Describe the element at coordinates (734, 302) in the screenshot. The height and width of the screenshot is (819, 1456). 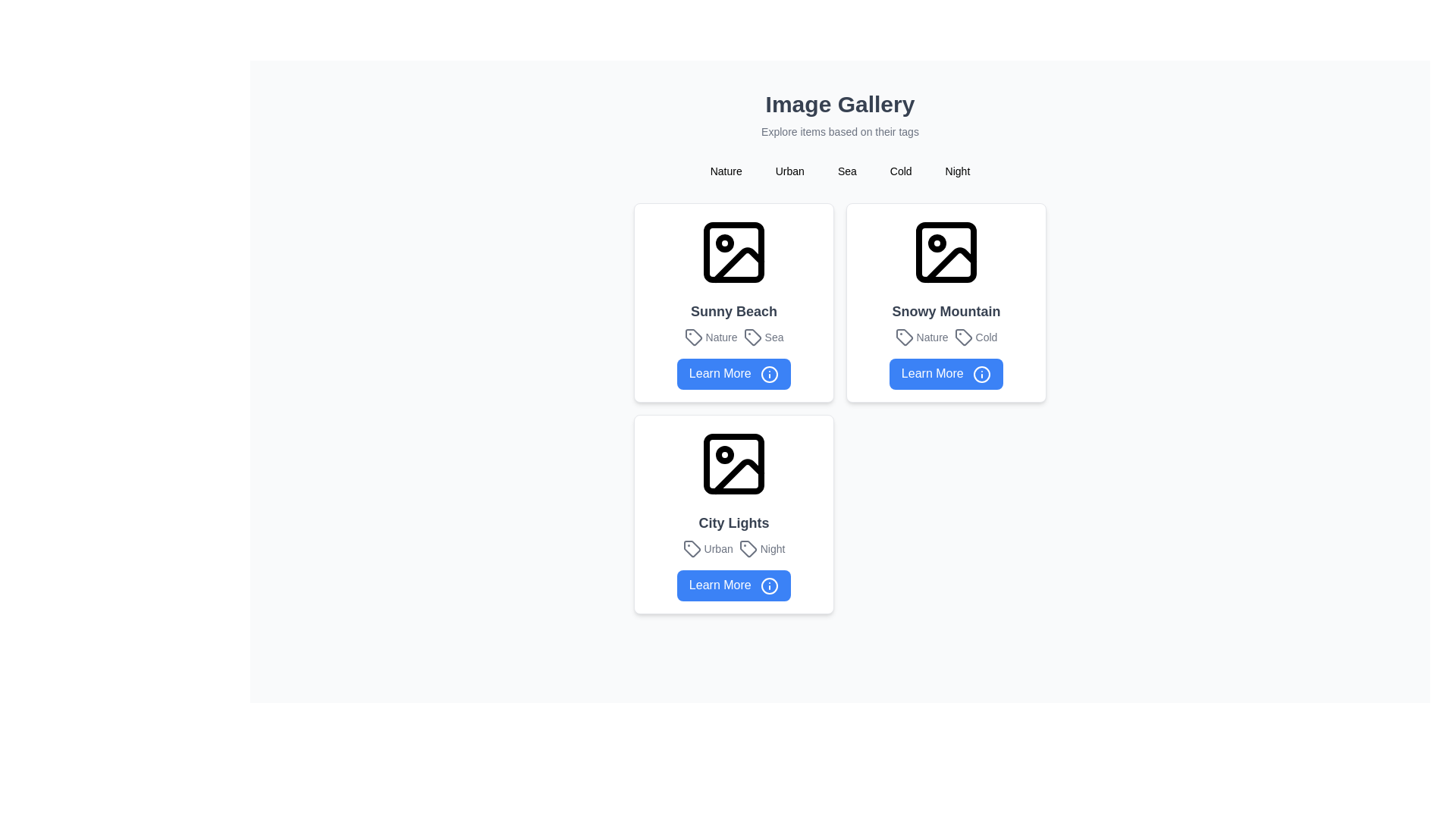
I see `the 'Sunny Beach' card in the 'Image Gallery' section` at that location.